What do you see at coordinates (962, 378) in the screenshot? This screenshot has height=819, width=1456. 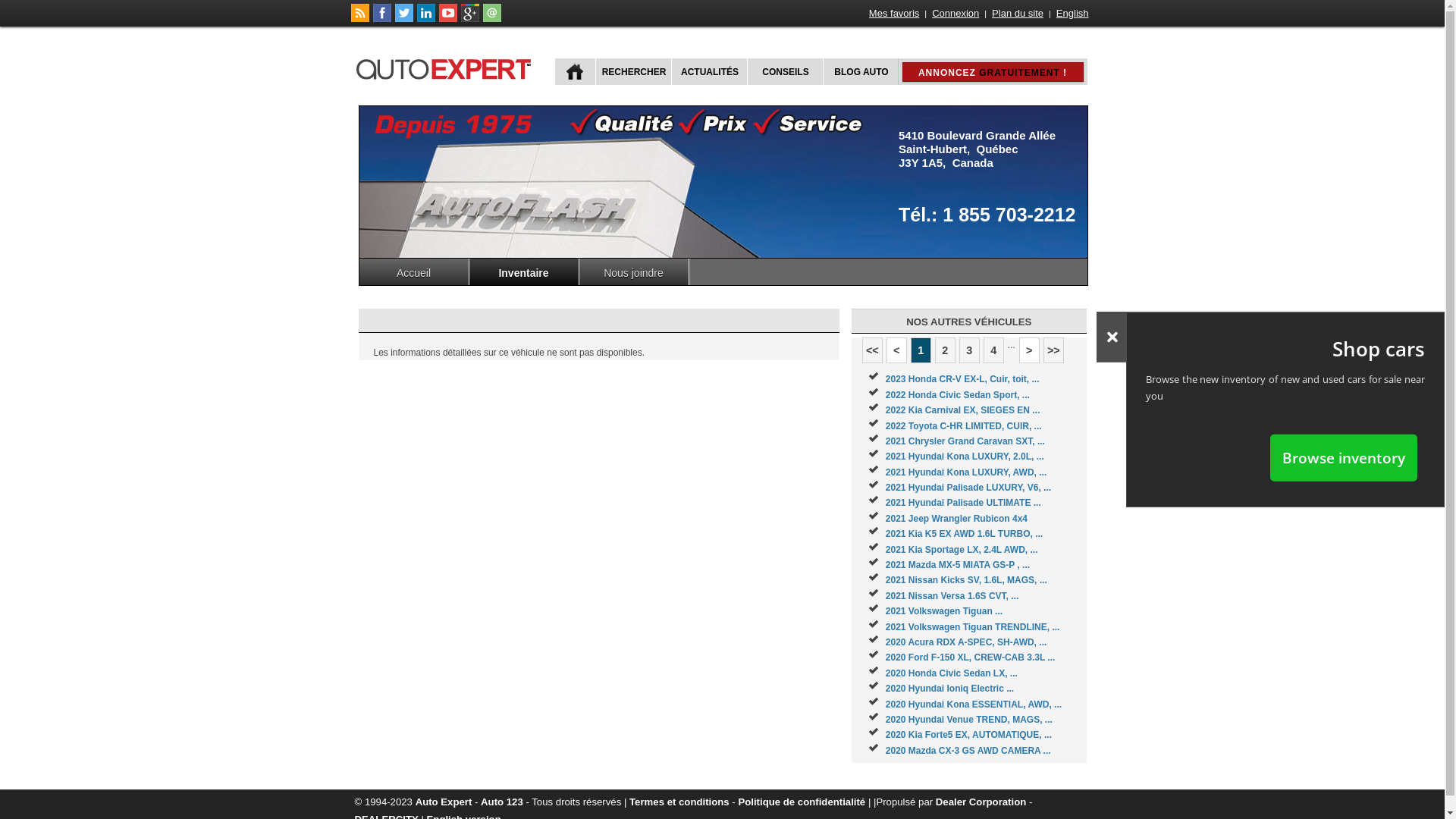 I see `'2023 Honda CR-V EX-L, Cuir, toit, ...'` at bounding box center [962, 378].